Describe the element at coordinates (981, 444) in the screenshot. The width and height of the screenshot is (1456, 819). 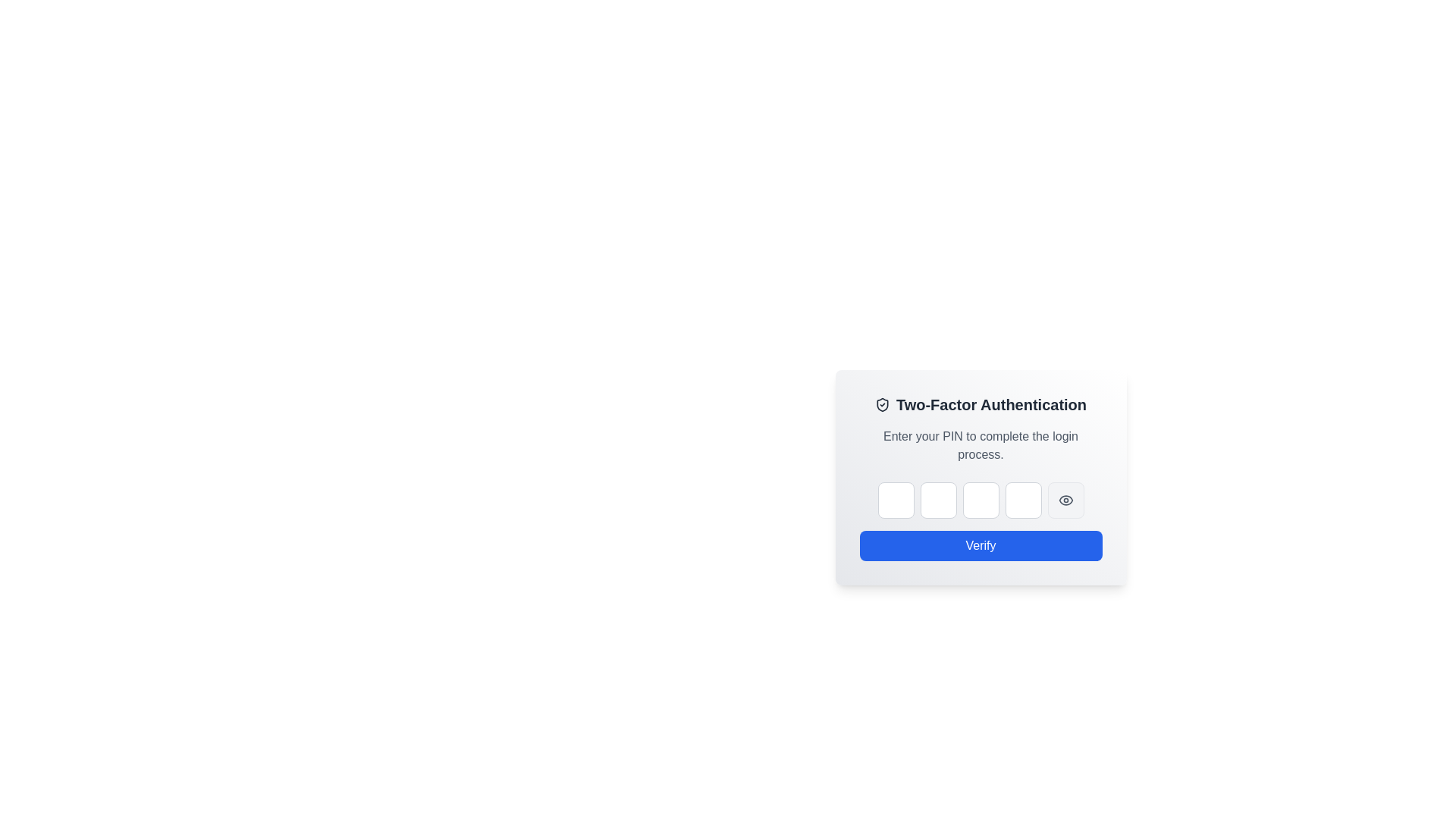
I see `the informational text prompting the user to enter their PIN, located within the 'Two-Factor Authentication' card interface` at that location.